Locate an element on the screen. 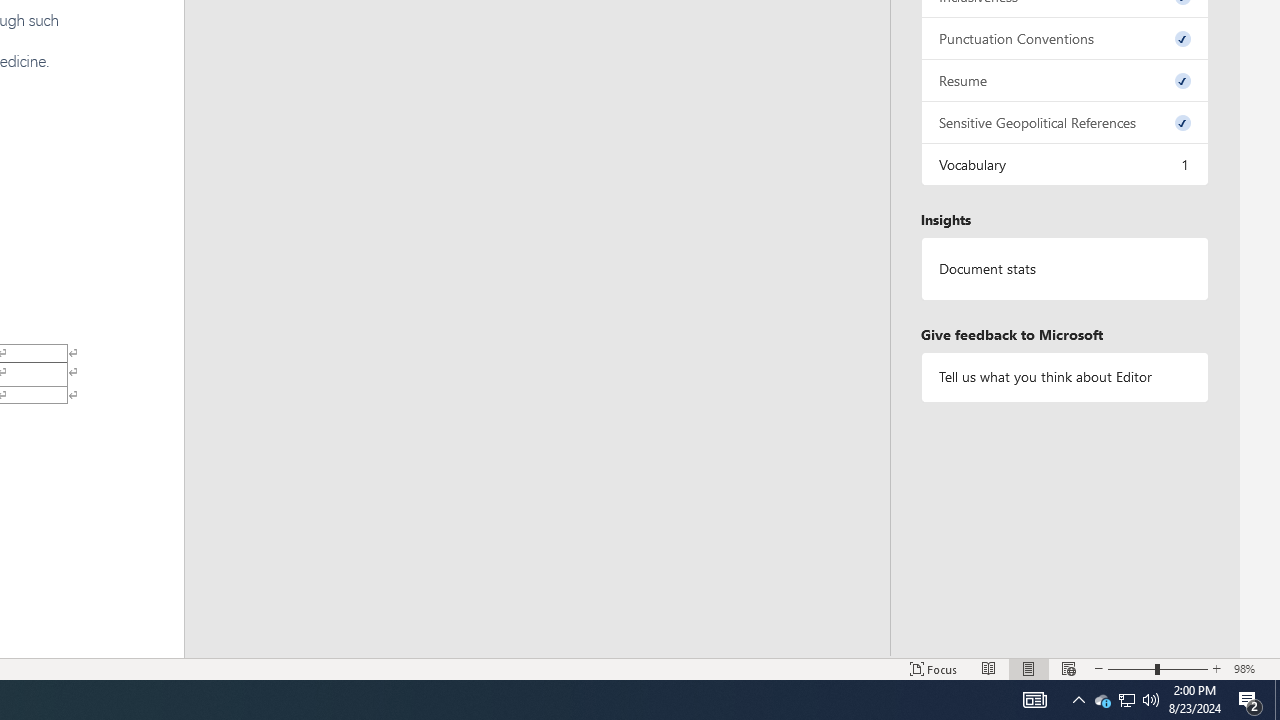  'Vocabulary, 1 issue. Press space or enter to review items.' is located at coordinates (1063, 163).